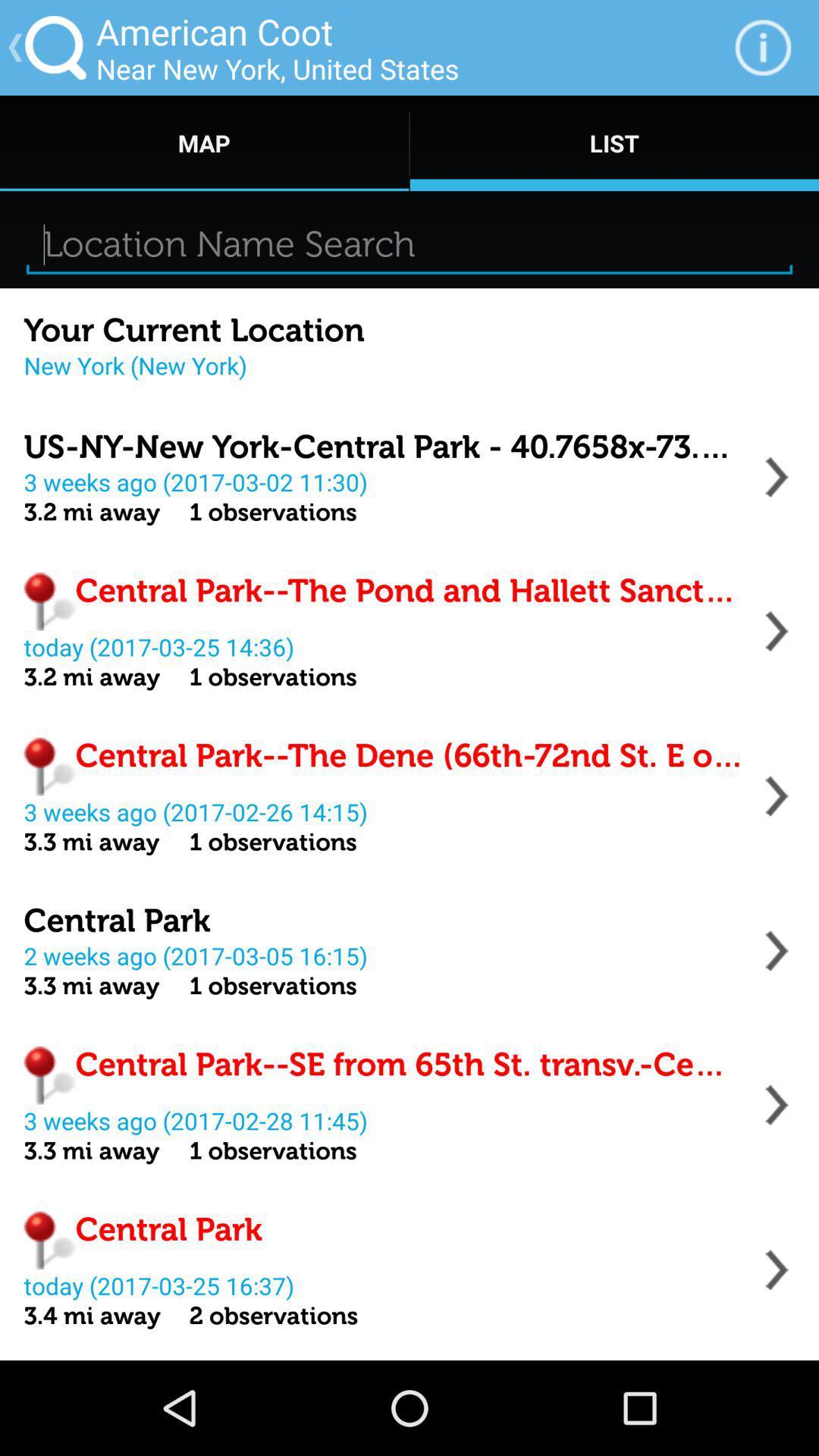  What do you see at coordinates (777, 1269) in the screenshot?
I see `see informations` at bounding box center [777, 1269].